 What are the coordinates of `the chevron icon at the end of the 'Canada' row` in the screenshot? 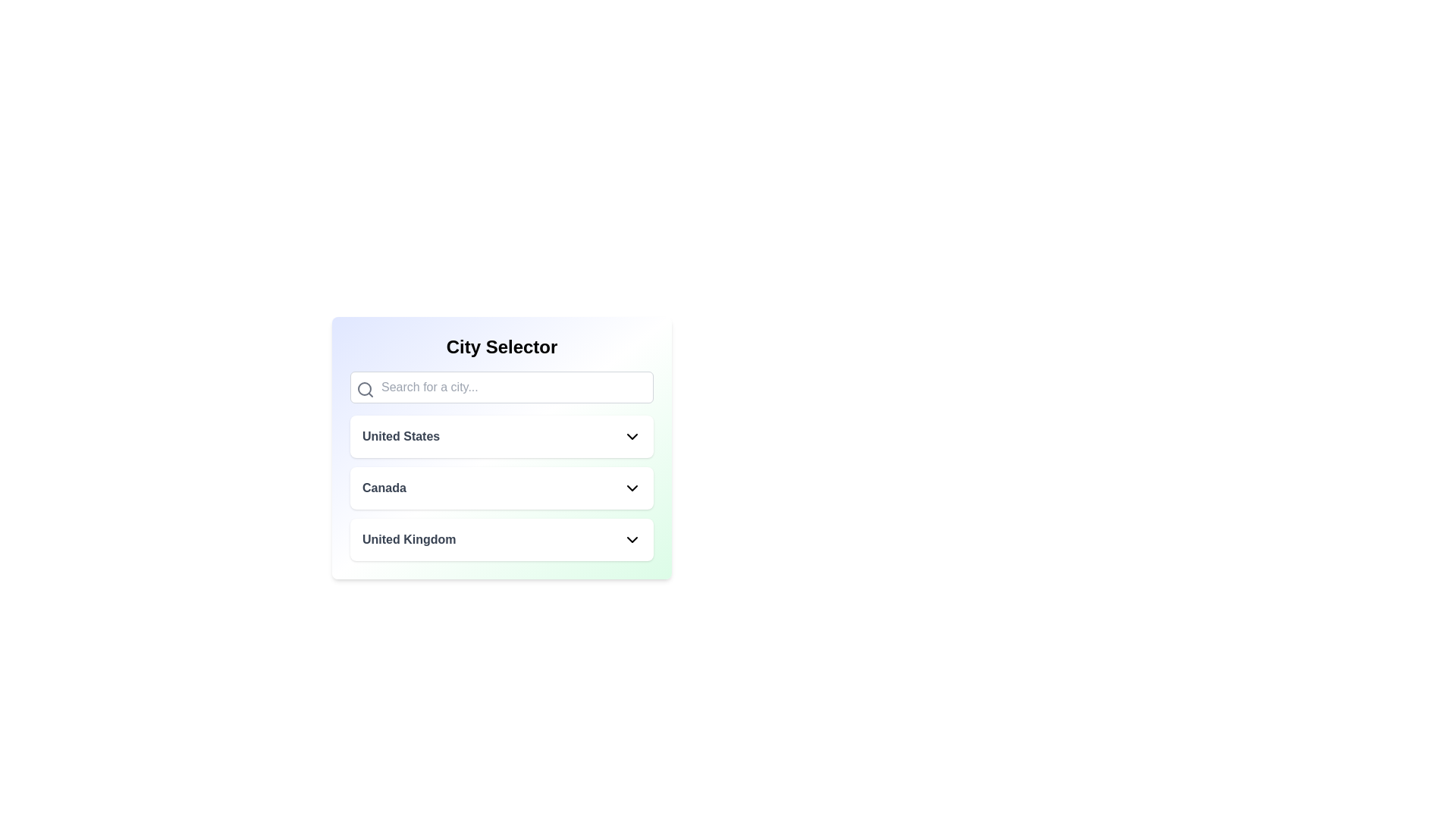 It's located at (632, 488).